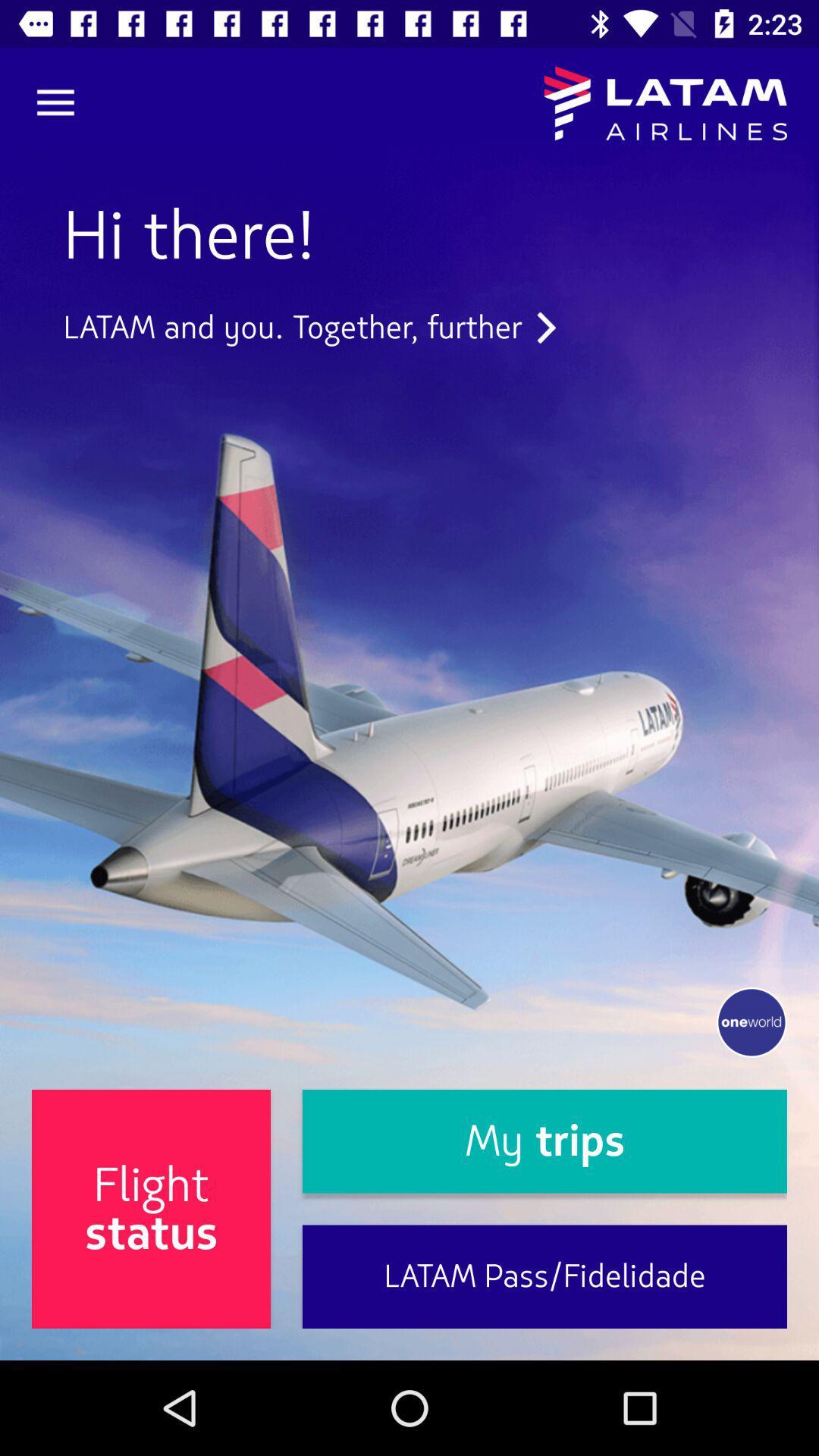 This screenshot has width=819, height=1456. I want to click on item to the left of my trips, so click(151, 1208).